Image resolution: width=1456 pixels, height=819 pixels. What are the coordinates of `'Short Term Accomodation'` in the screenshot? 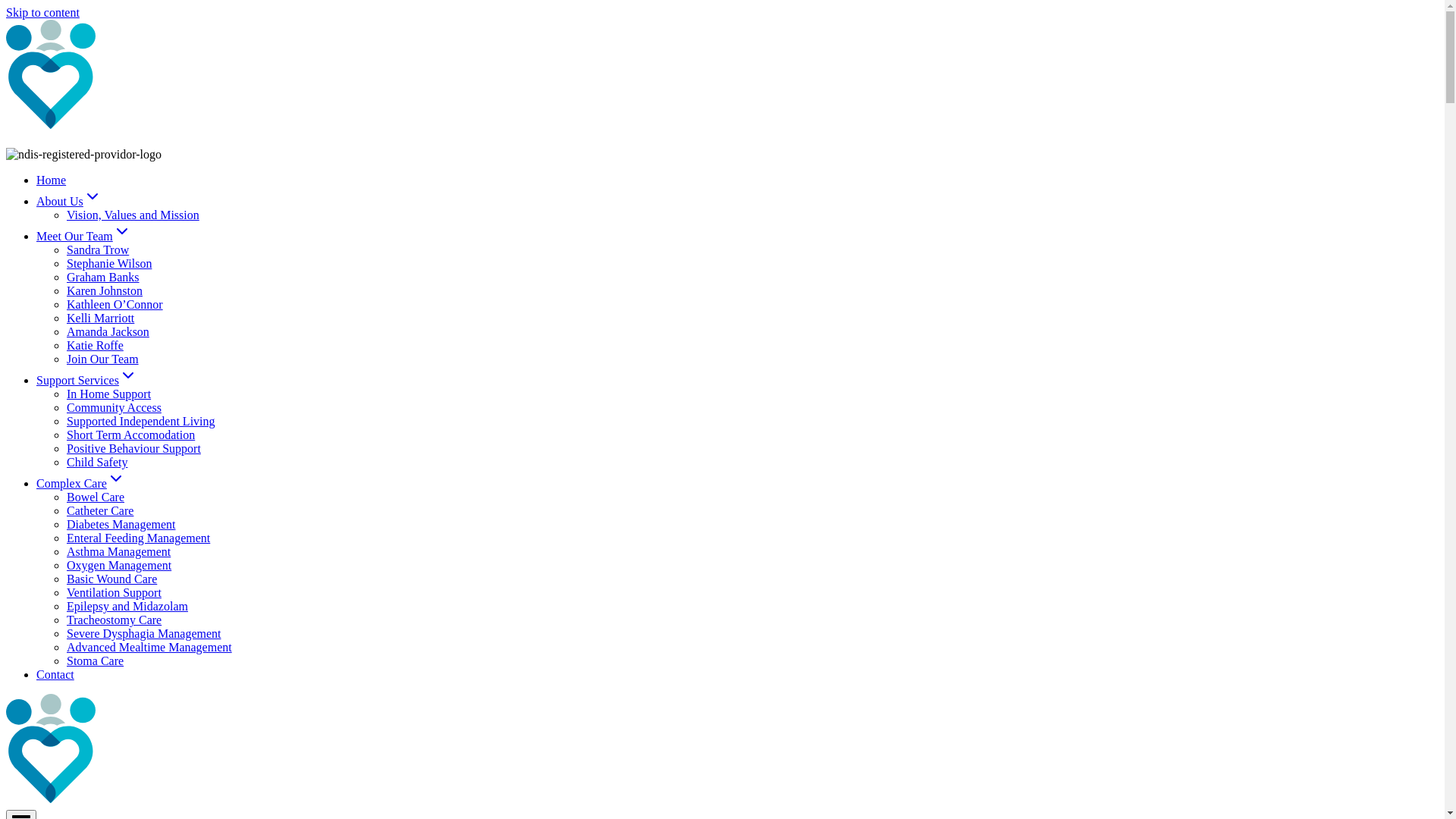 It's located at (130, 435).